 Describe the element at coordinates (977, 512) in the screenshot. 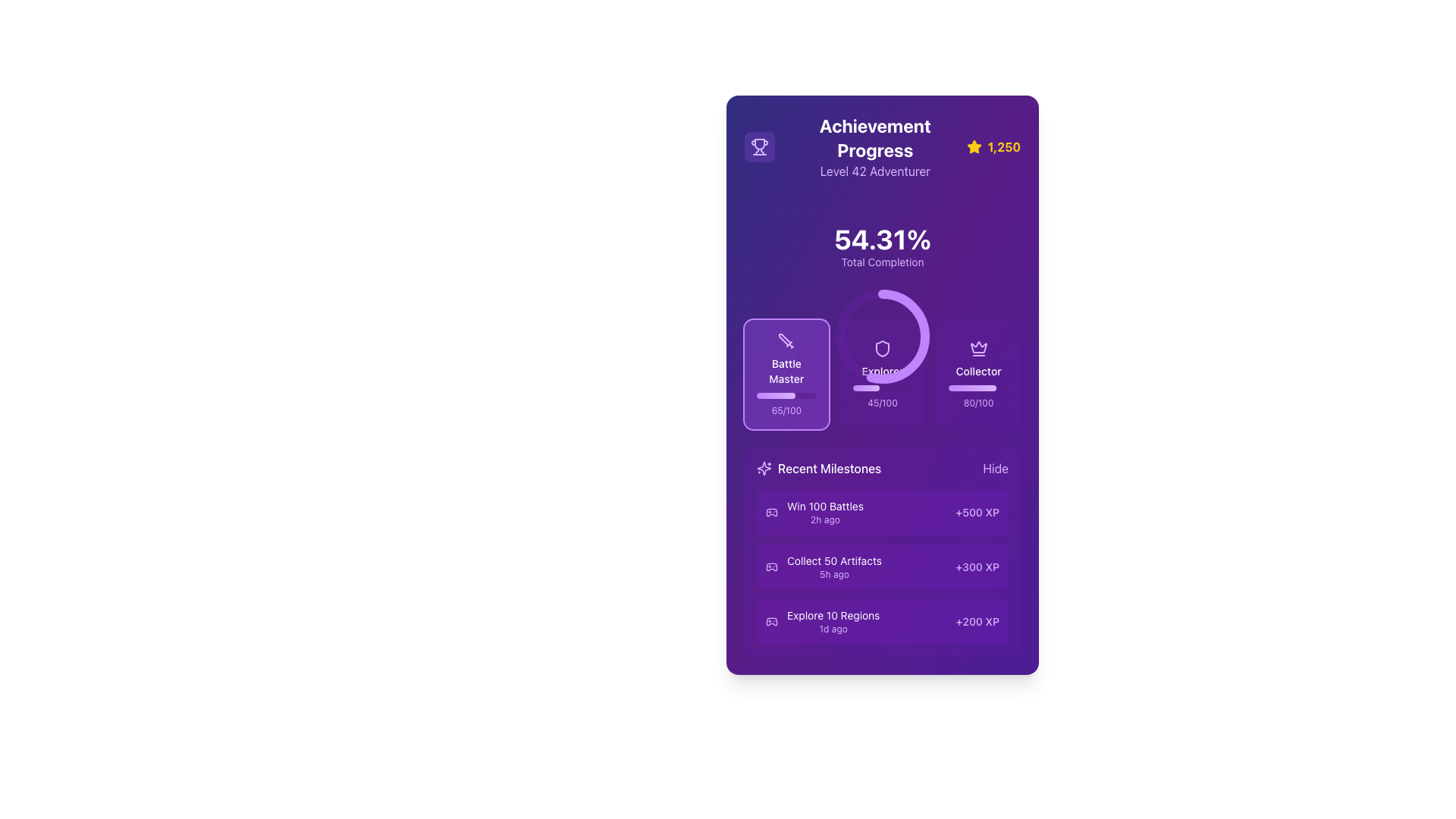

I see `the text label displaying the reward points (500 XP) for the milestone 'Win 100 Battles' located in the 'Recent Milestones' section` at that location.